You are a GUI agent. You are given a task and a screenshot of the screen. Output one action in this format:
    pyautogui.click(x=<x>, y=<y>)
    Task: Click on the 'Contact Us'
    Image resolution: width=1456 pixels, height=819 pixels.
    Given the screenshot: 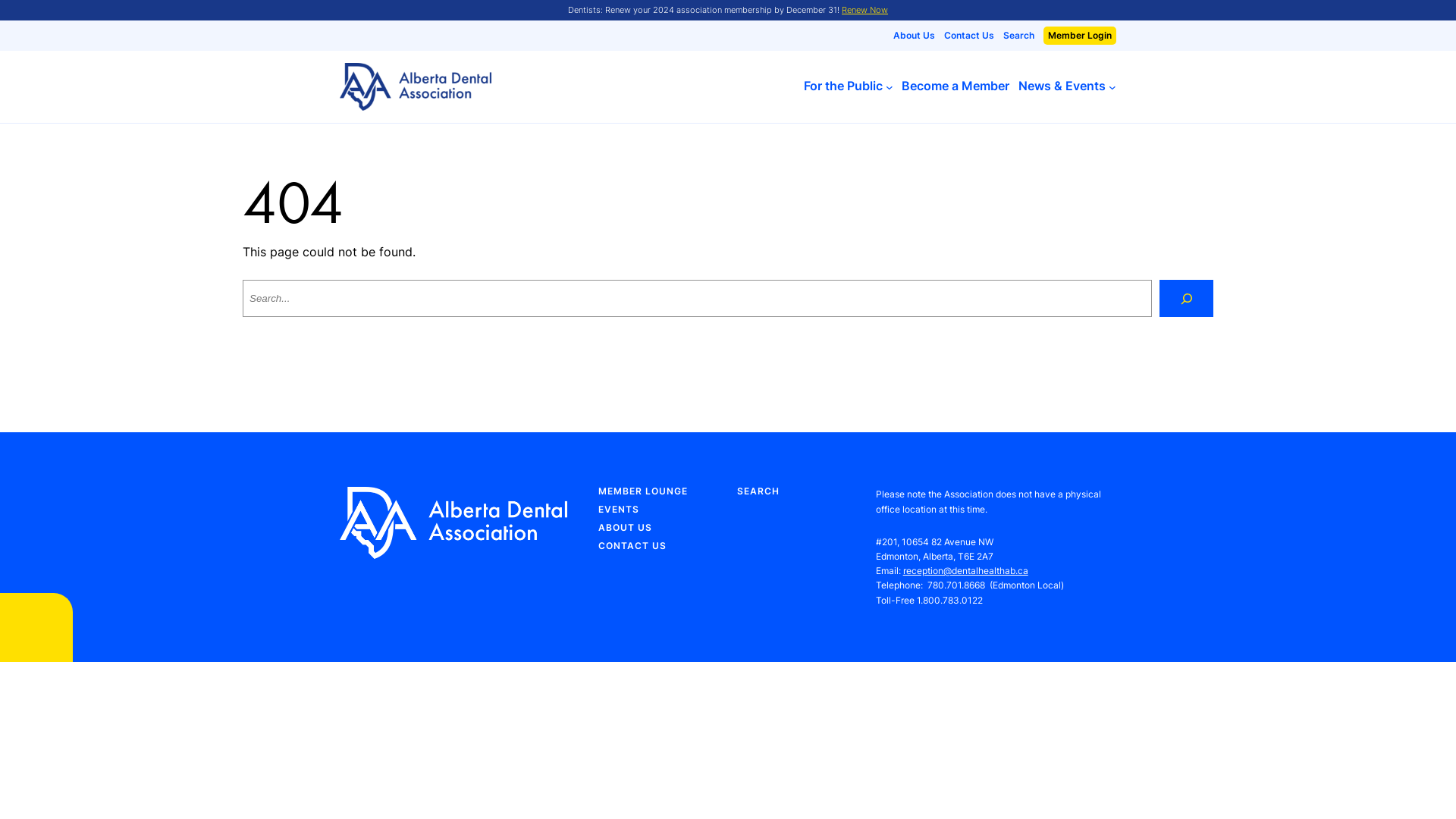 What is the action you would take?
    pyautogui.click(x=968, y=34)
    